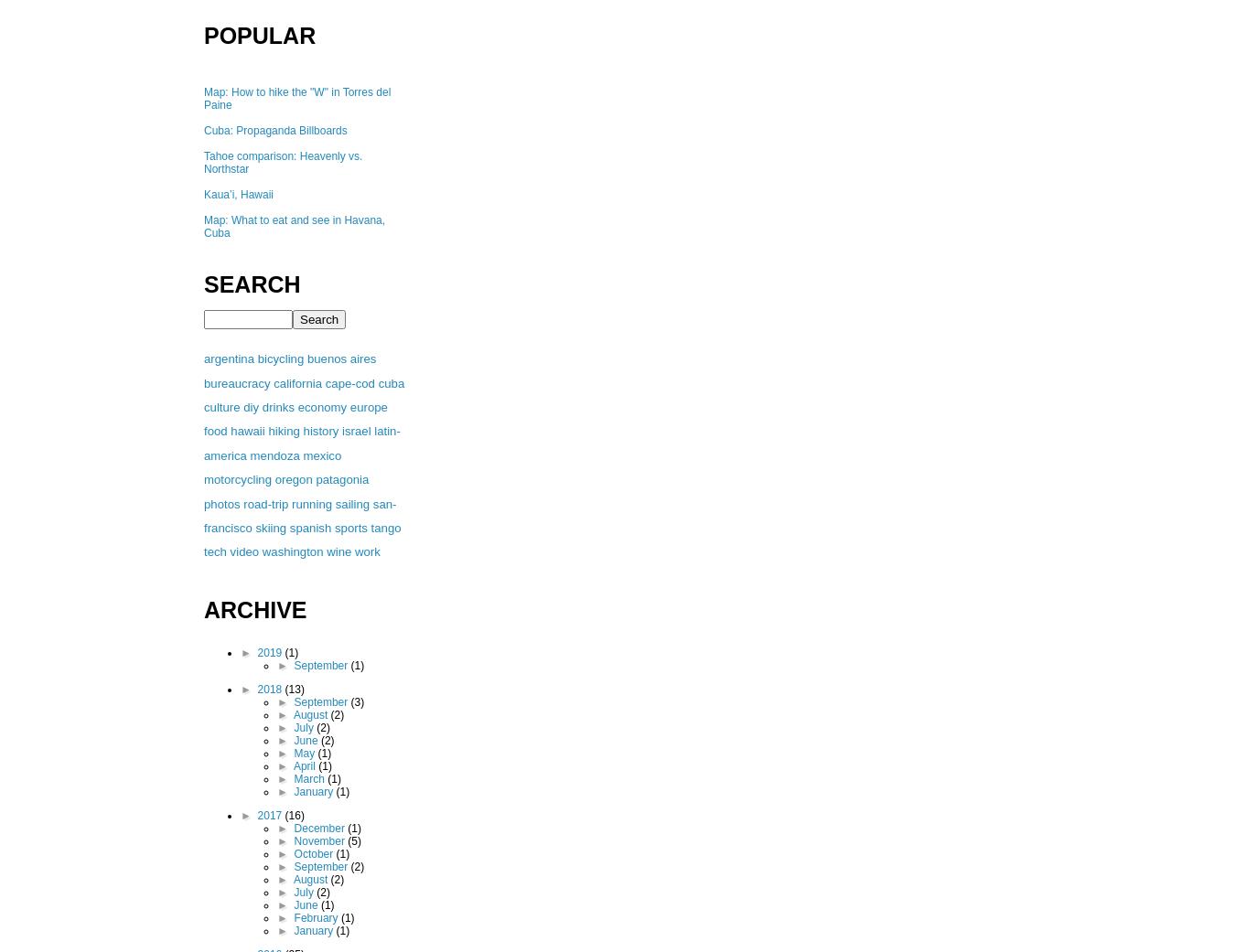 Image resolution: width=1257 pixels, height=952 pixels. What do you see at coordinates (295, 406) in the screenshot?
I see `'economy'` at bounding box center [295, 406].